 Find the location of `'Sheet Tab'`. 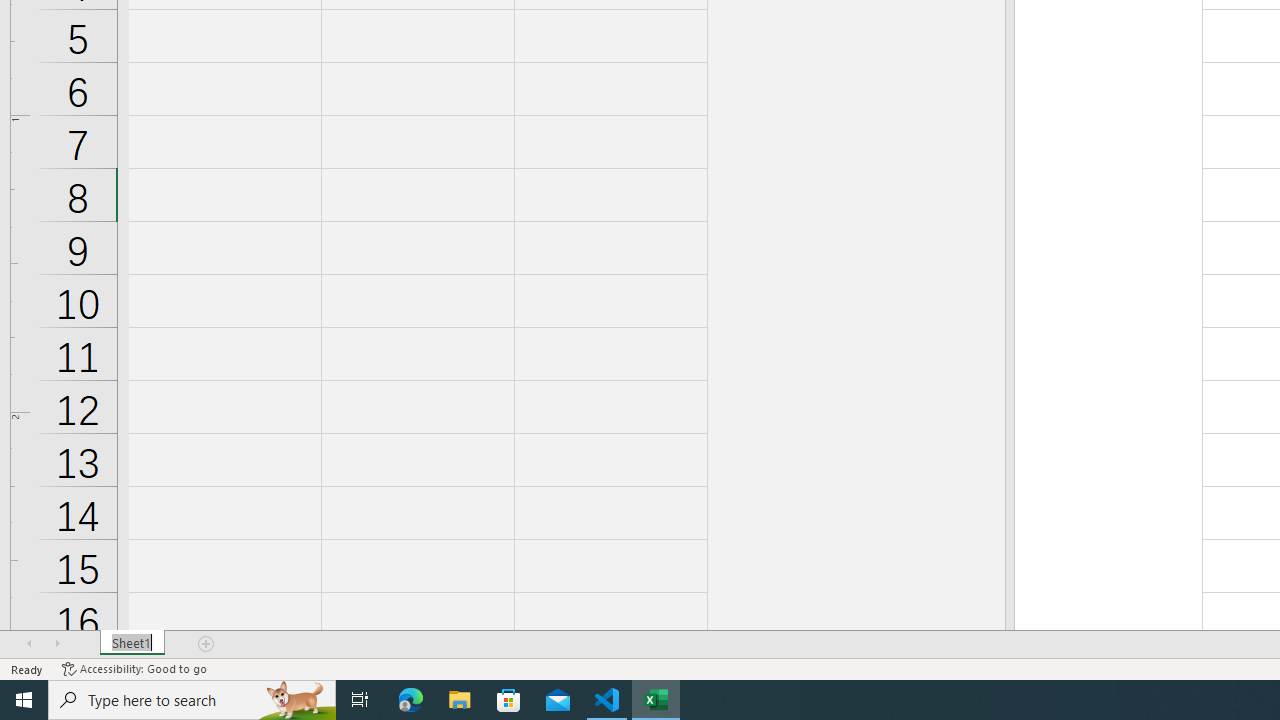

'Sheet Tab' is located at coordinates (131, 644).